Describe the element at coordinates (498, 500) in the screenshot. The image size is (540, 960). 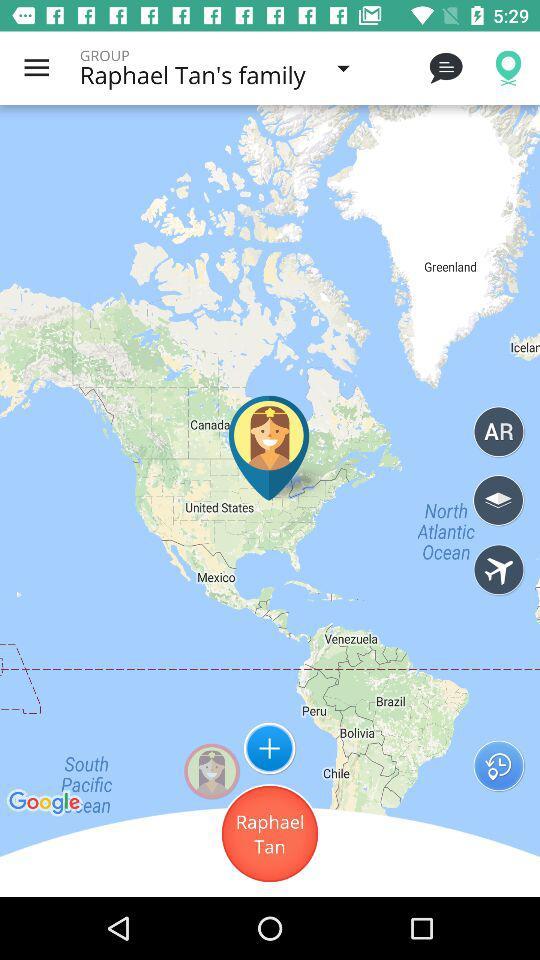
I see `the icon below ar` at that location.